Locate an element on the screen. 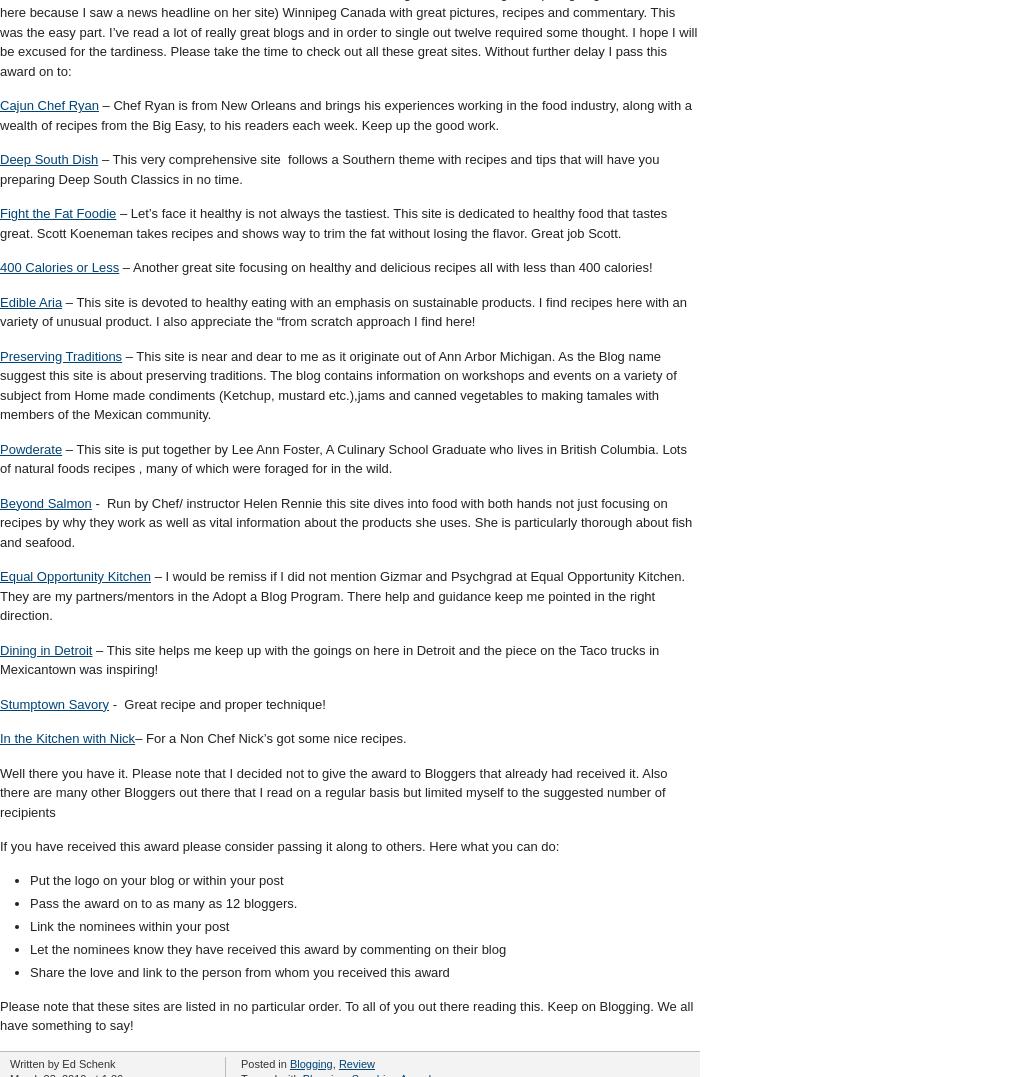 The width and height of the screenshot is (1028, 1077). 'Deep South Dish' is located at coordinates (0, 159).